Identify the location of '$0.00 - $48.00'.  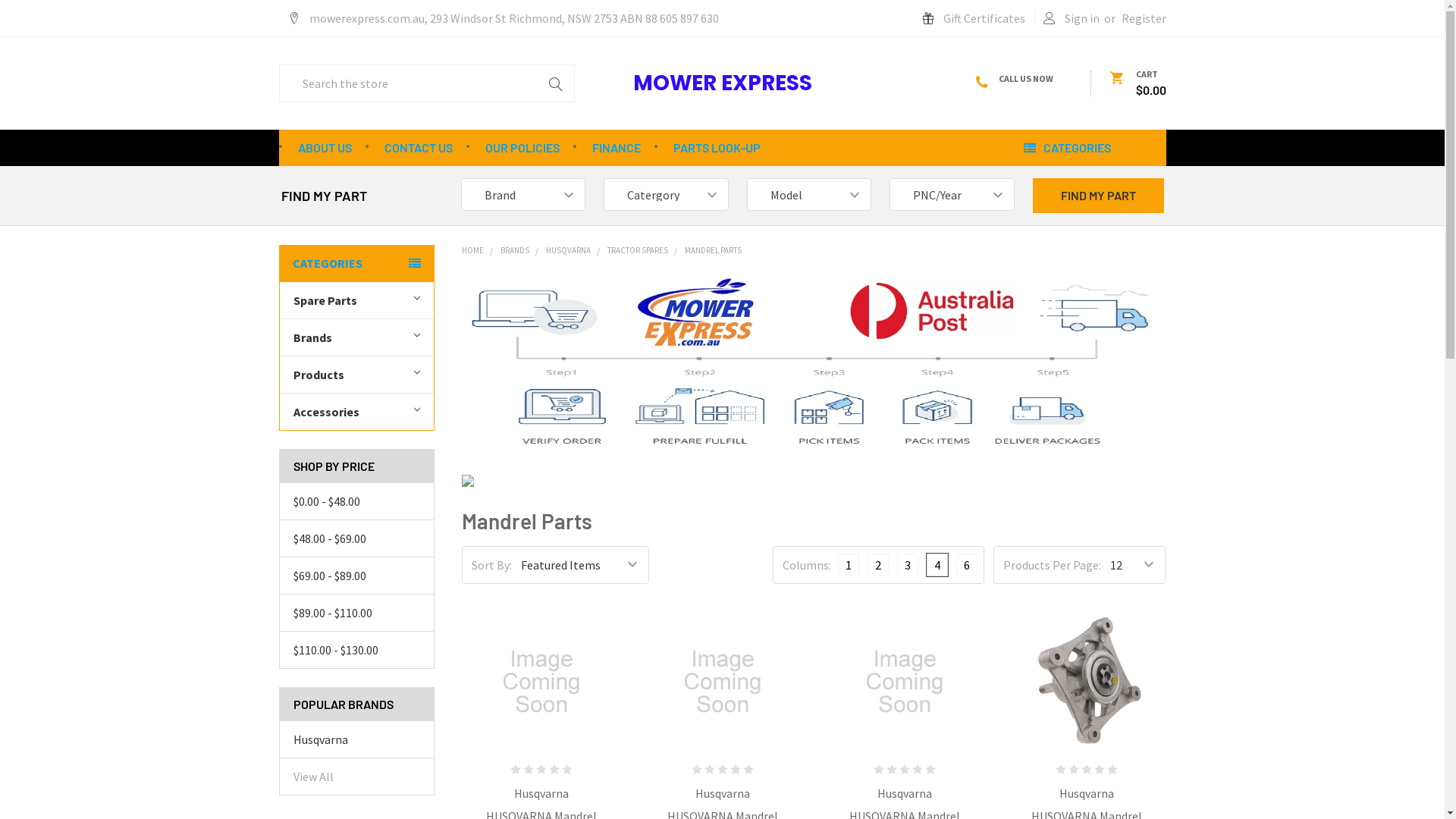
(355, 500).